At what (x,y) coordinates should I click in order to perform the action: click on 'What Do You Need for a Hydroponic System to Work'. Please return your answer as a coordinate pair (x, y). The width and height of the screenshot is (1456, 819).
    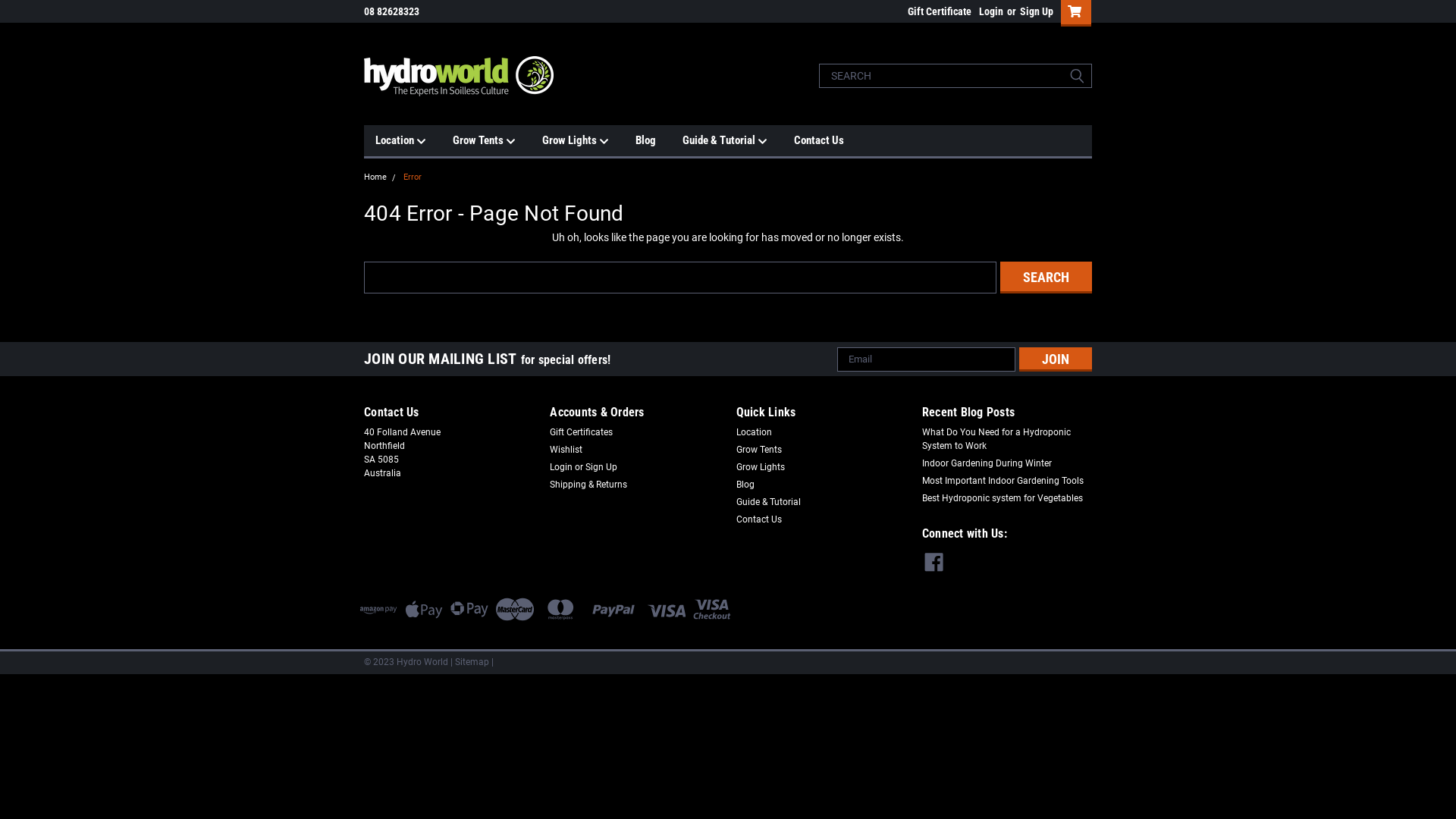
    Looking at the image, I should click on (1007, 438).